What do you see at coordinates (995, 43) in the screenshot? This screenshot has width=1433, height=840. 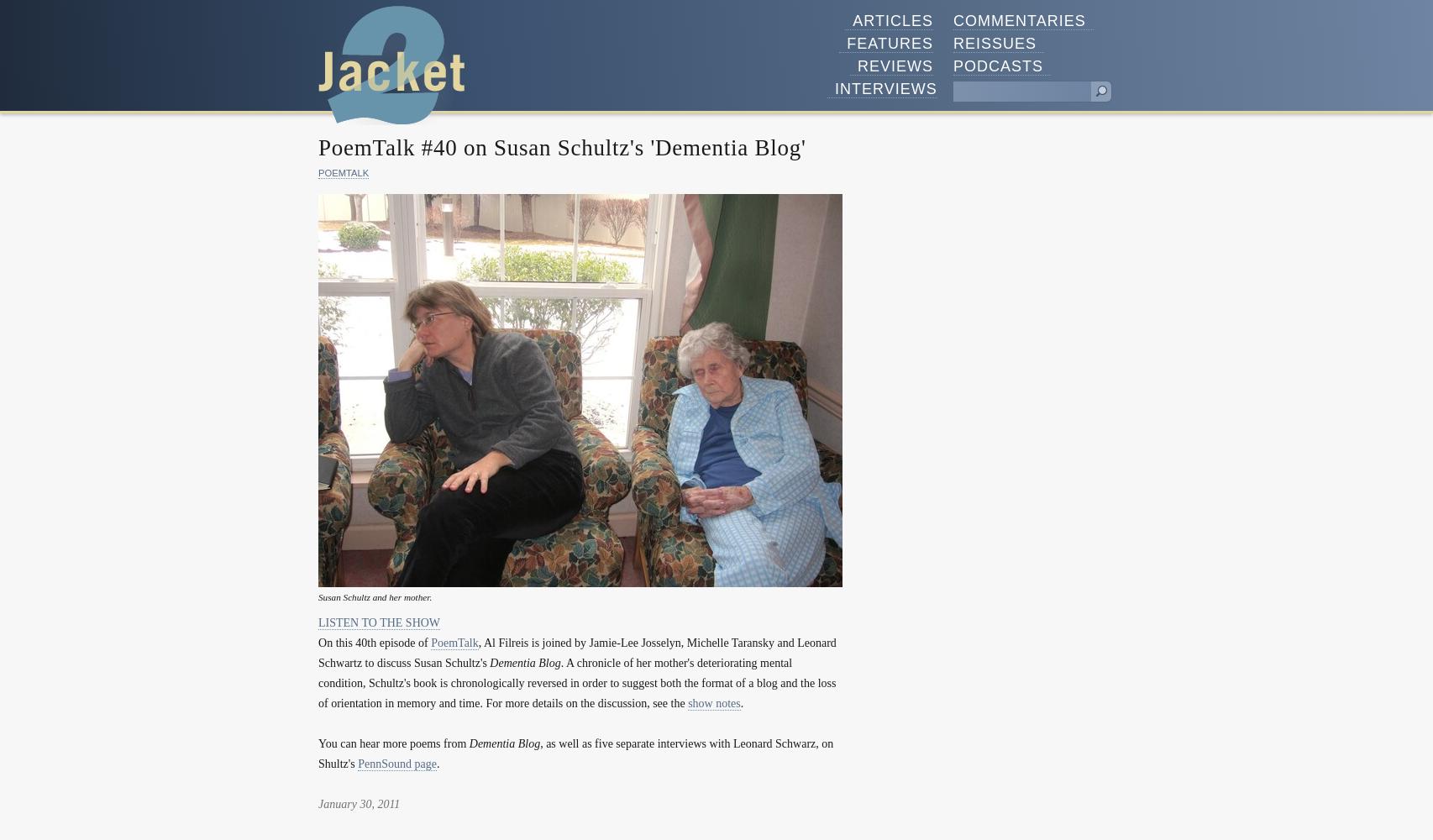 I see `'Reissues'` at bounding box center [995, 43].